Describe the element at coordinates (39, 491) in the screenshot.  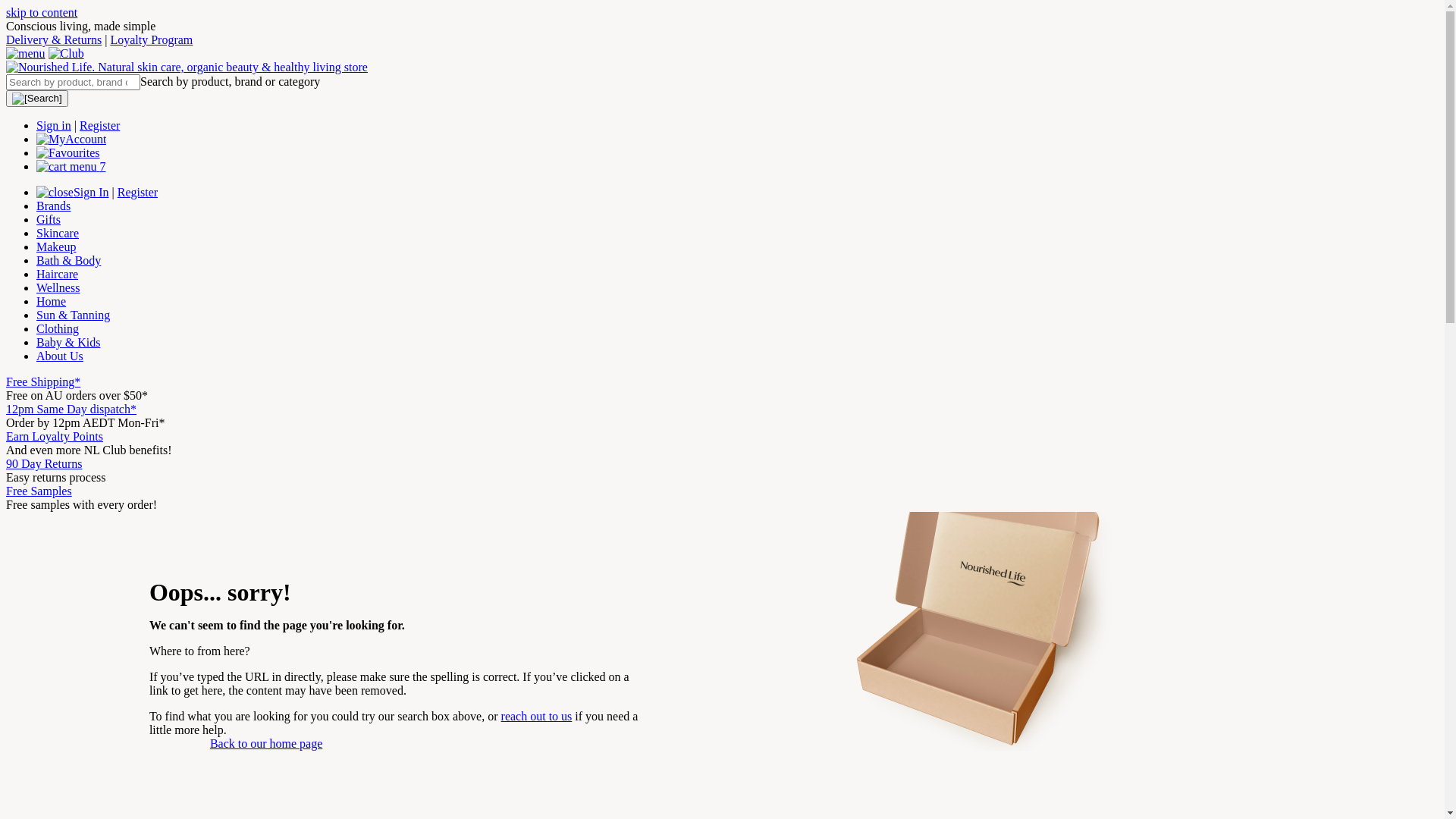
I see `'Free Samples'` at that location.